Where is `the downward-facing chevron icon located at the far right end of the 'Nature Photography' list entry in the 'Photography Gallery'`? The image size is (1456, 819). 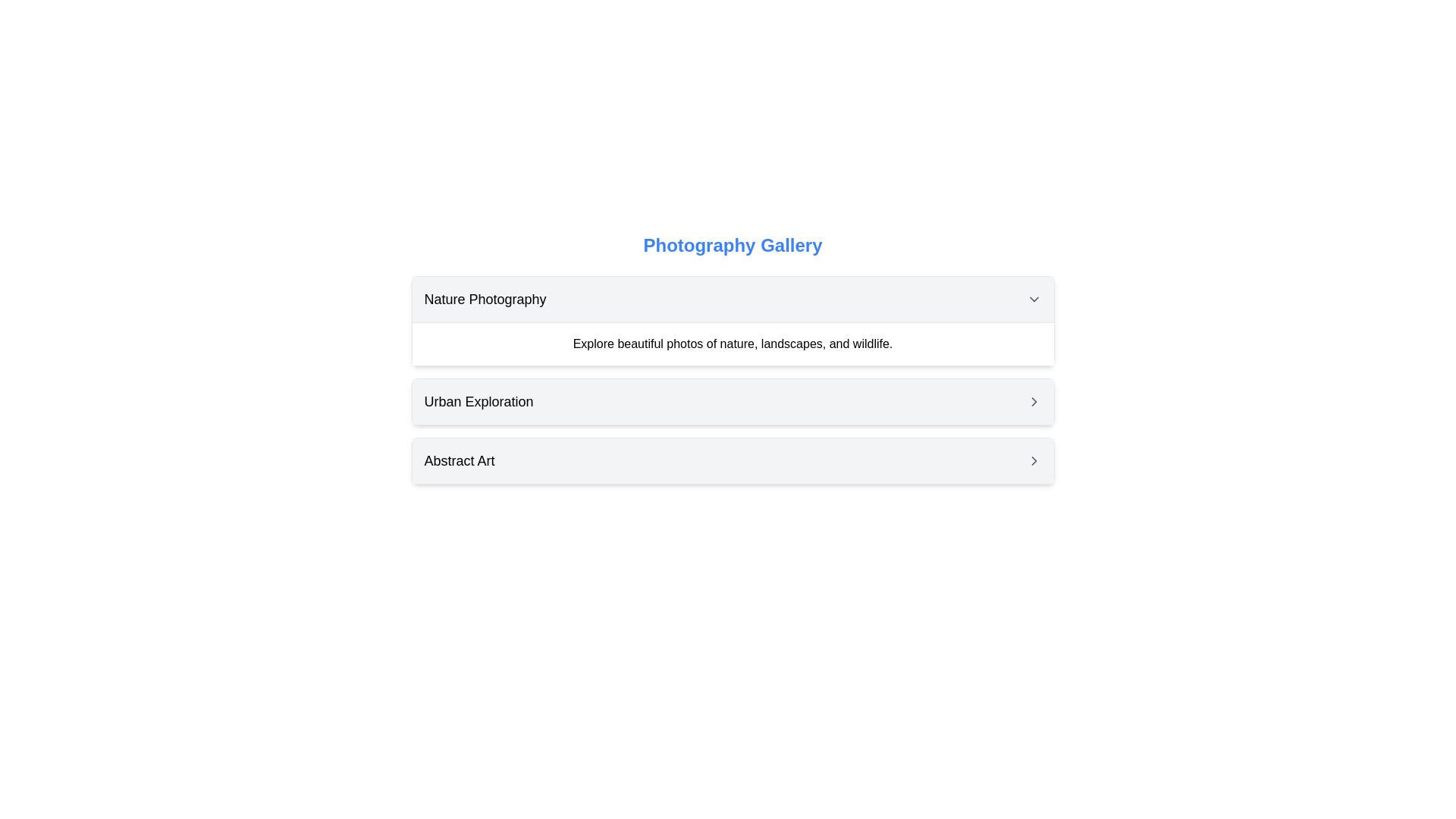
the downward-facing chevron icon located at the far right end of the 'Nature Photography' list entry in the 'Photography Gallery' is located at coordinates (1033, 299).